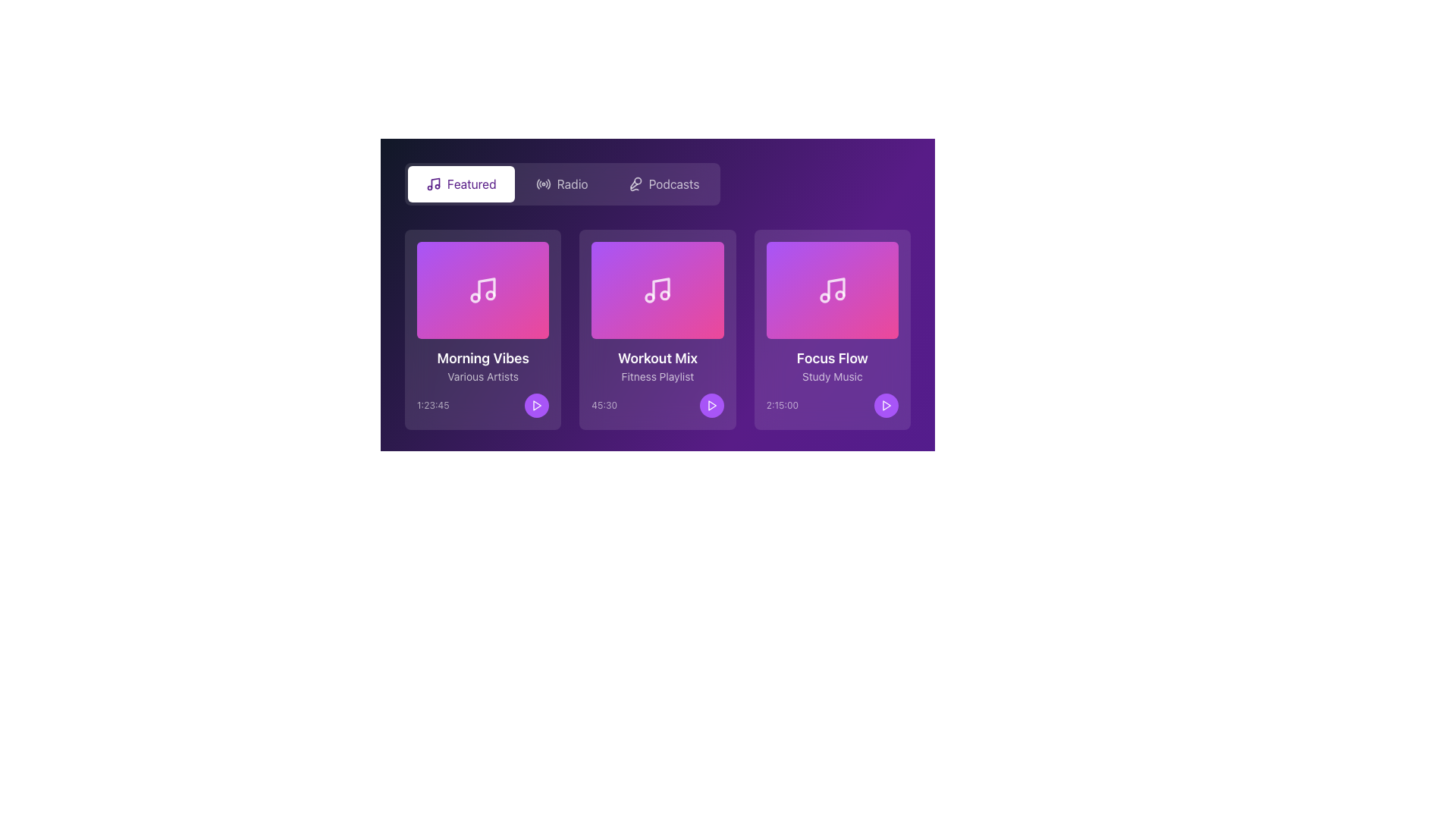 The image size is (1456, 819). I want to click on the music note icon located in the central card titled 'Workout Mix' representing audio or music-related content, so click(657, 290).